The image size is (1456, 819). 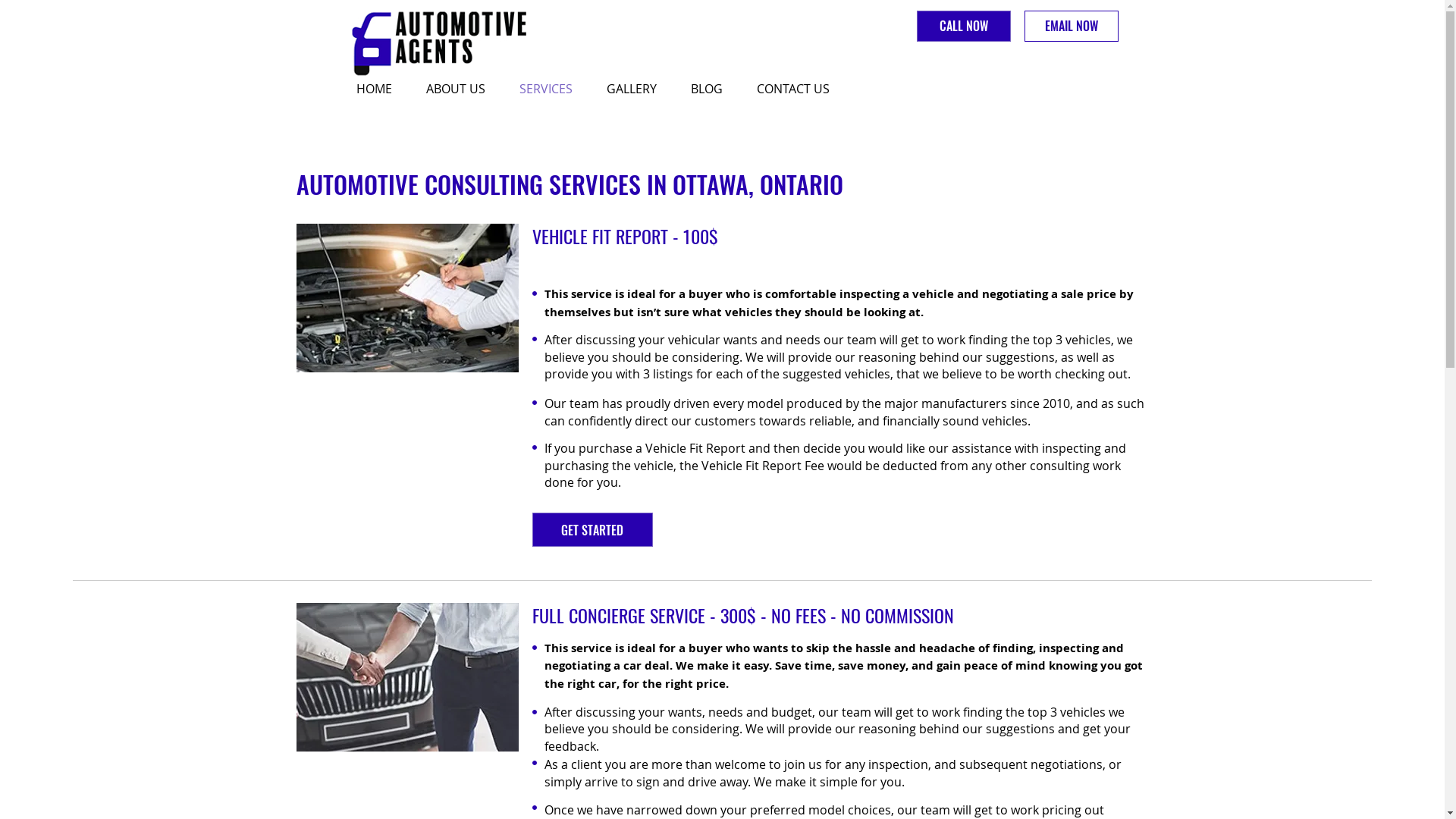 What do you see at coordinates (344, 88) in the screenshot?
I see `'HOME'` at bounding box center [344, 88].